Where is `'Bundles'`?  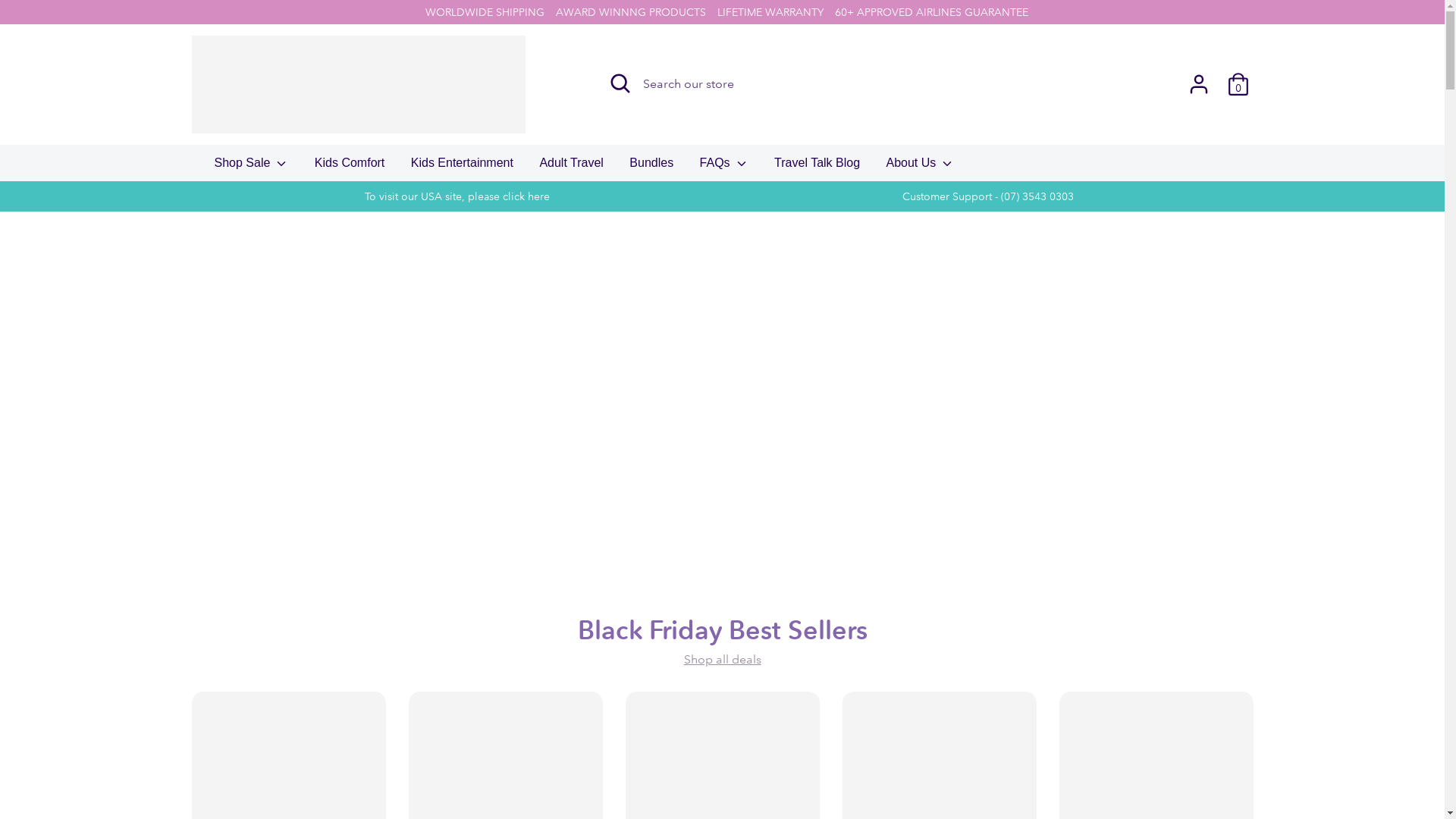
'Bundles' is located at coordinates (651, 167).